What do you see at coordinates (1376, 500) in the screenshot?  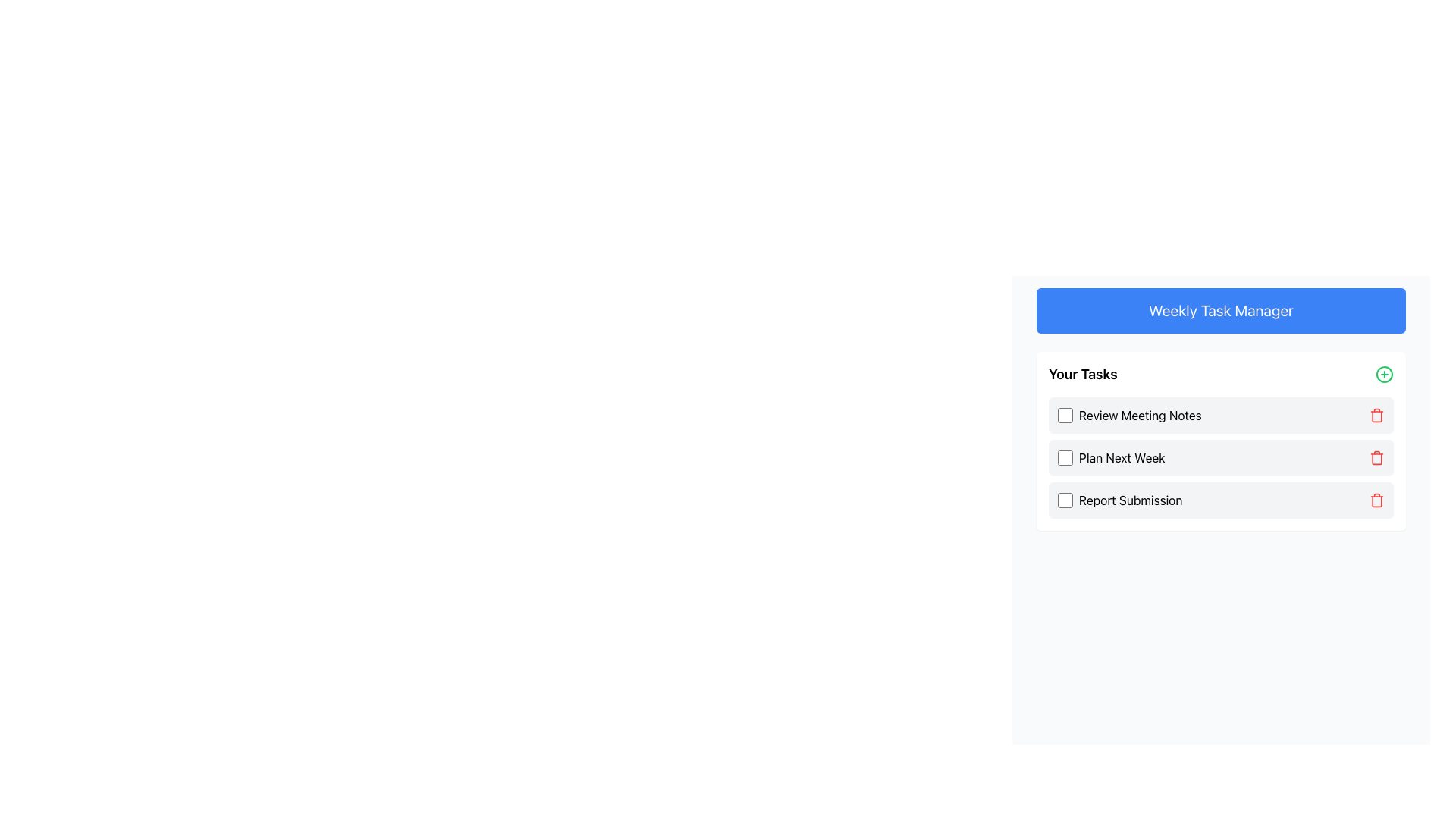 I see `the delete icon button located at the far-right end of the 'Report Submission' task item in the 'Your Tasks' list` at bounding box center [1376, 500].